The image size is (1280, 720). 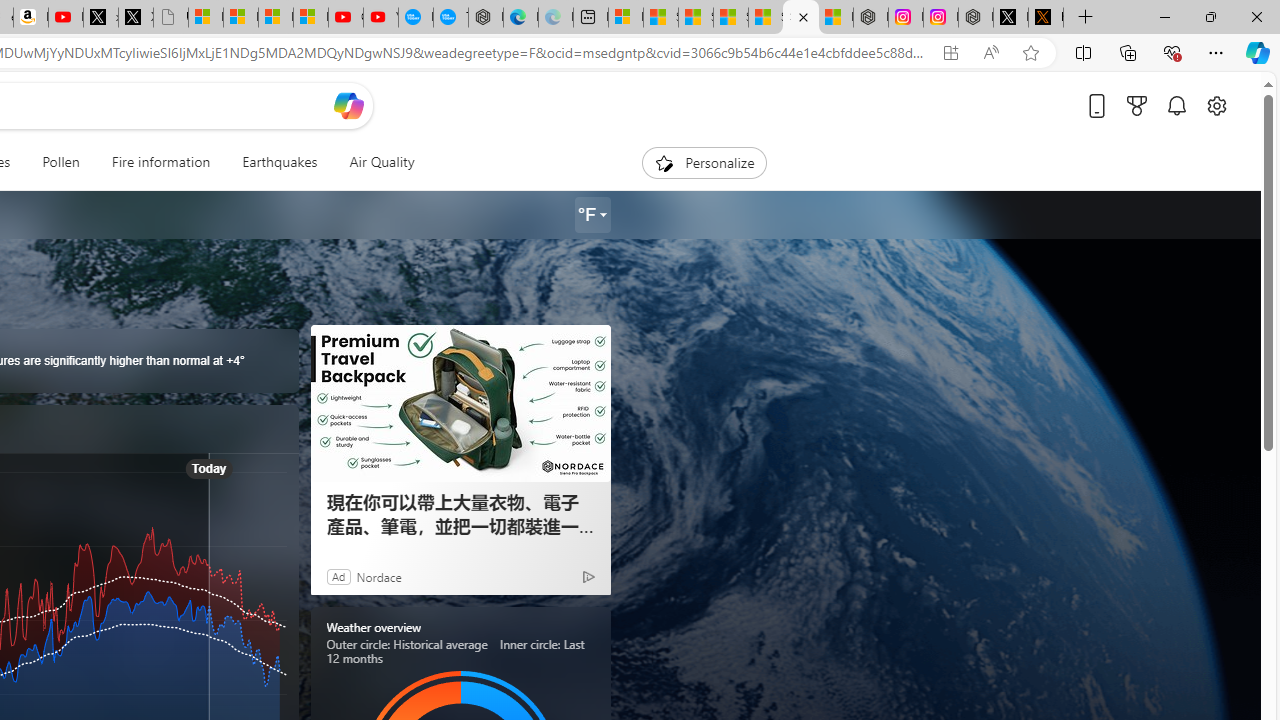 What do you see at coordinates (624, 17) in the screenshot?
I see `'Microsoft account | Microsoft Account Privacy Settings'` at bounding box center [624, 17].